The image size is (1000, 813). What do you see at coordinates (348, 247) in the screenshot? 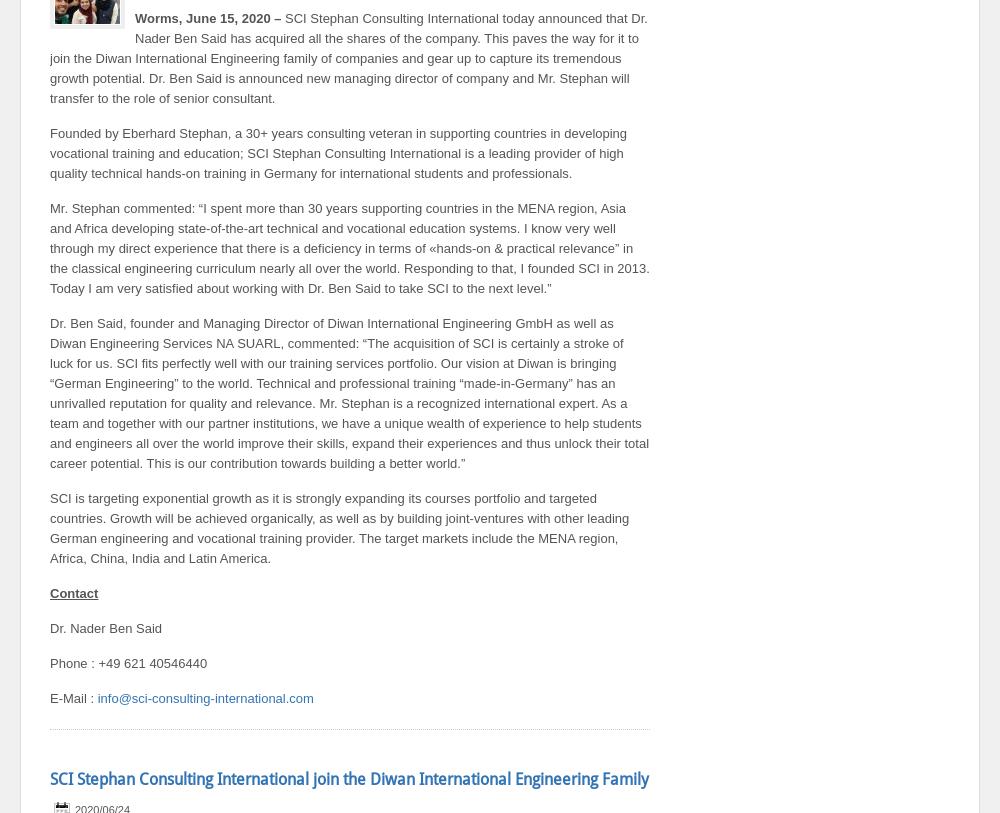
I see `'Mr. Stephan commented: “I spent more than 30 years supporting countries in the MENA region, Asia and Africa developing state-of-the-art technical and vocational education systems. I know very well through my direct experience that there is a deficiency in terms of «hands-on & practical relevance” in the classical engineering curriculum nearly all over the world. Responding to that, I founded SCI in 2013. Today I am very satisfied about working with Dr. Ben Said to take SCI to the next level.”'` at bounding box center [348, 247].